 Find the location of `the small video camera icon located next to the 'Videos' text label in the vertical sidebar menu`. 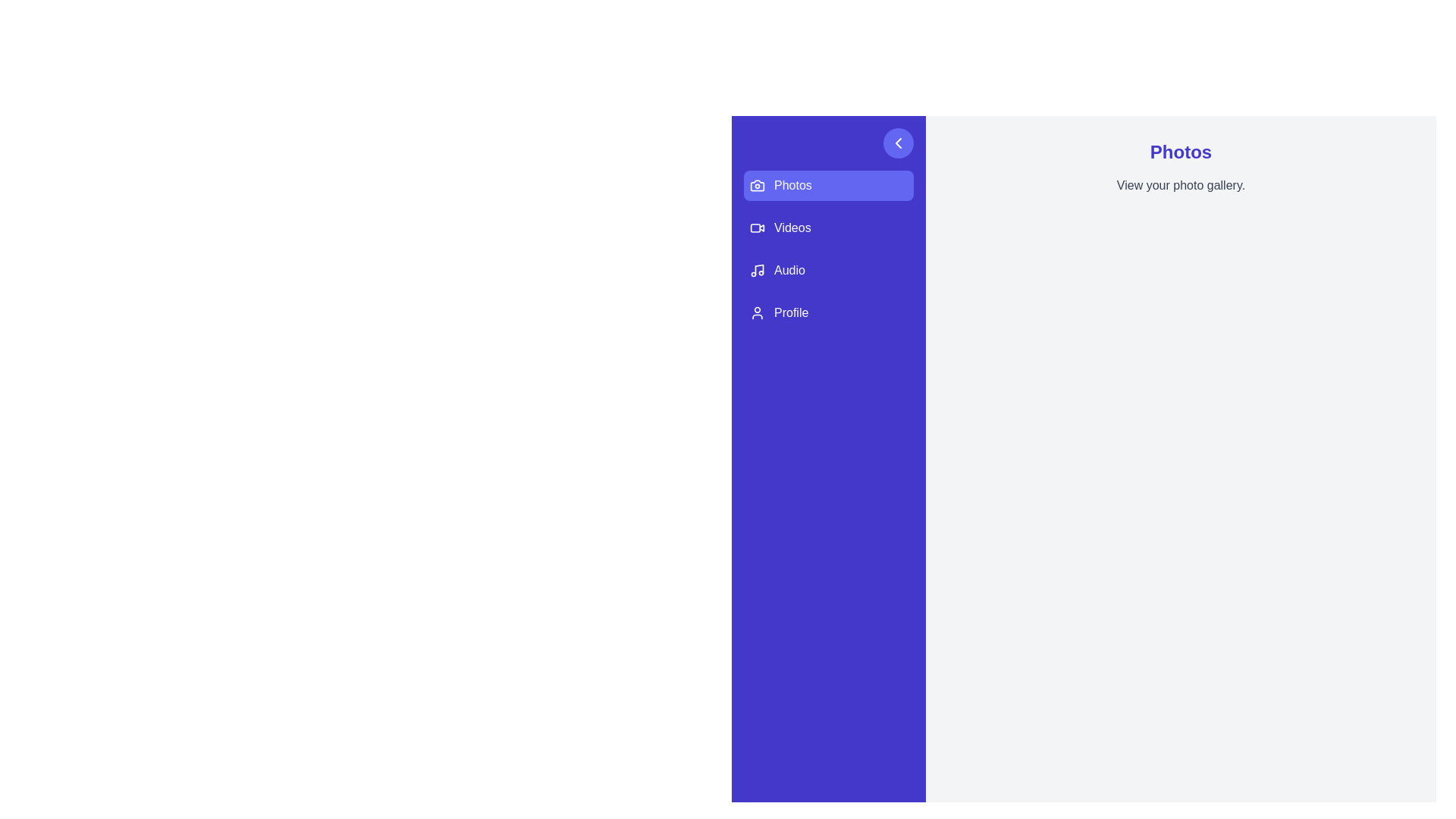

the small video camera icon located next to the 'Videos' text label in the vertical sidebar menu is located at coordinates (757, 227).